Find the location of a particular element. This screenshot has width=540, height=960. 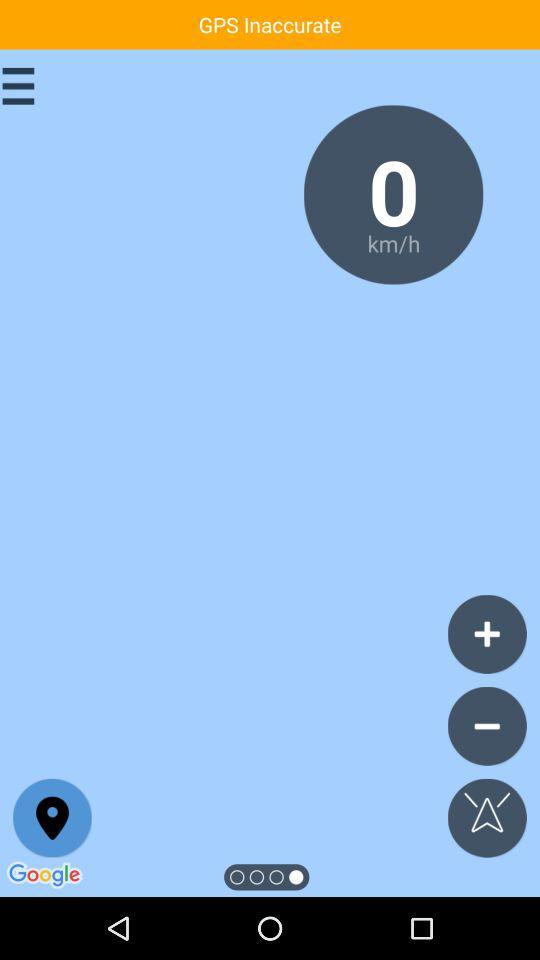

the location icon is located at coordinates (52, 818).